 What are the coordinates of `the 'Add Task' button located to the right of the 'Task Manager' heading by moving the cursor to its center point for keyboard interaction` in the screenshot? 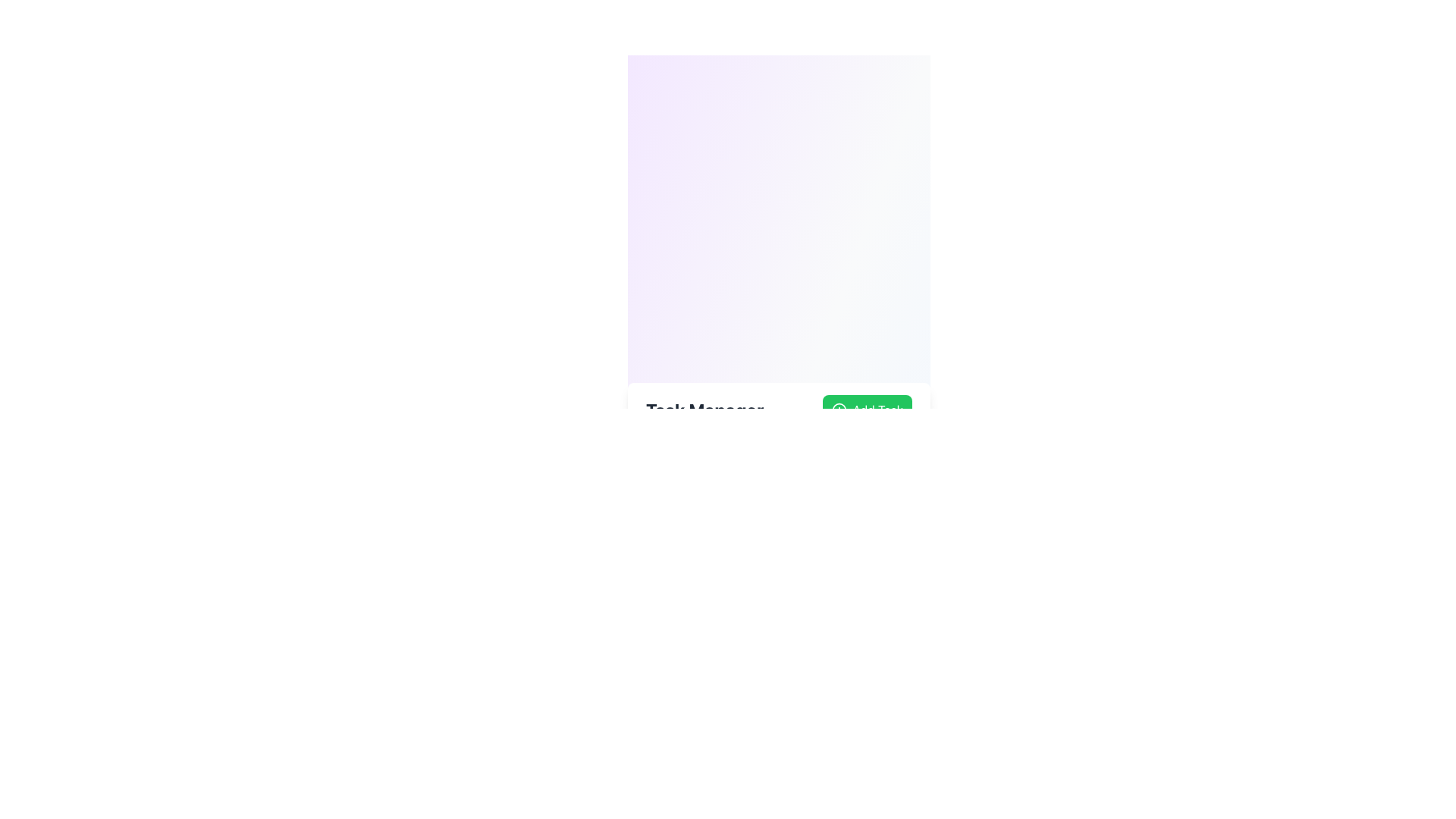 It's located at (867, 409).